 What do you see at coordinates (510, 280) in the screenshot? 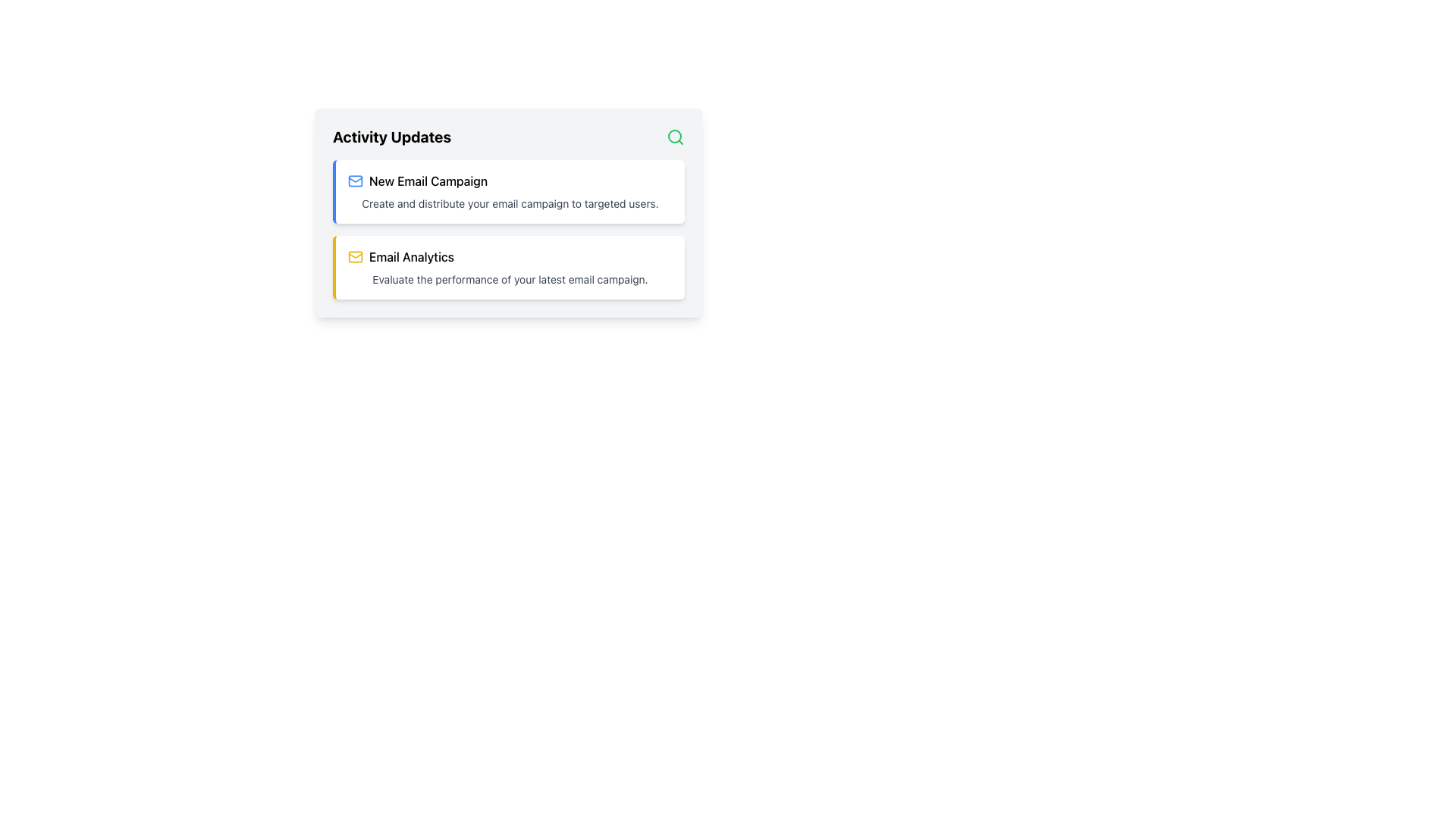
I see `the Text Label displaying 'Evaluate the performance of your latest email campaign.' which is located below 'Email Analytics' within a highlighted card` at bounding box center [510, 280].